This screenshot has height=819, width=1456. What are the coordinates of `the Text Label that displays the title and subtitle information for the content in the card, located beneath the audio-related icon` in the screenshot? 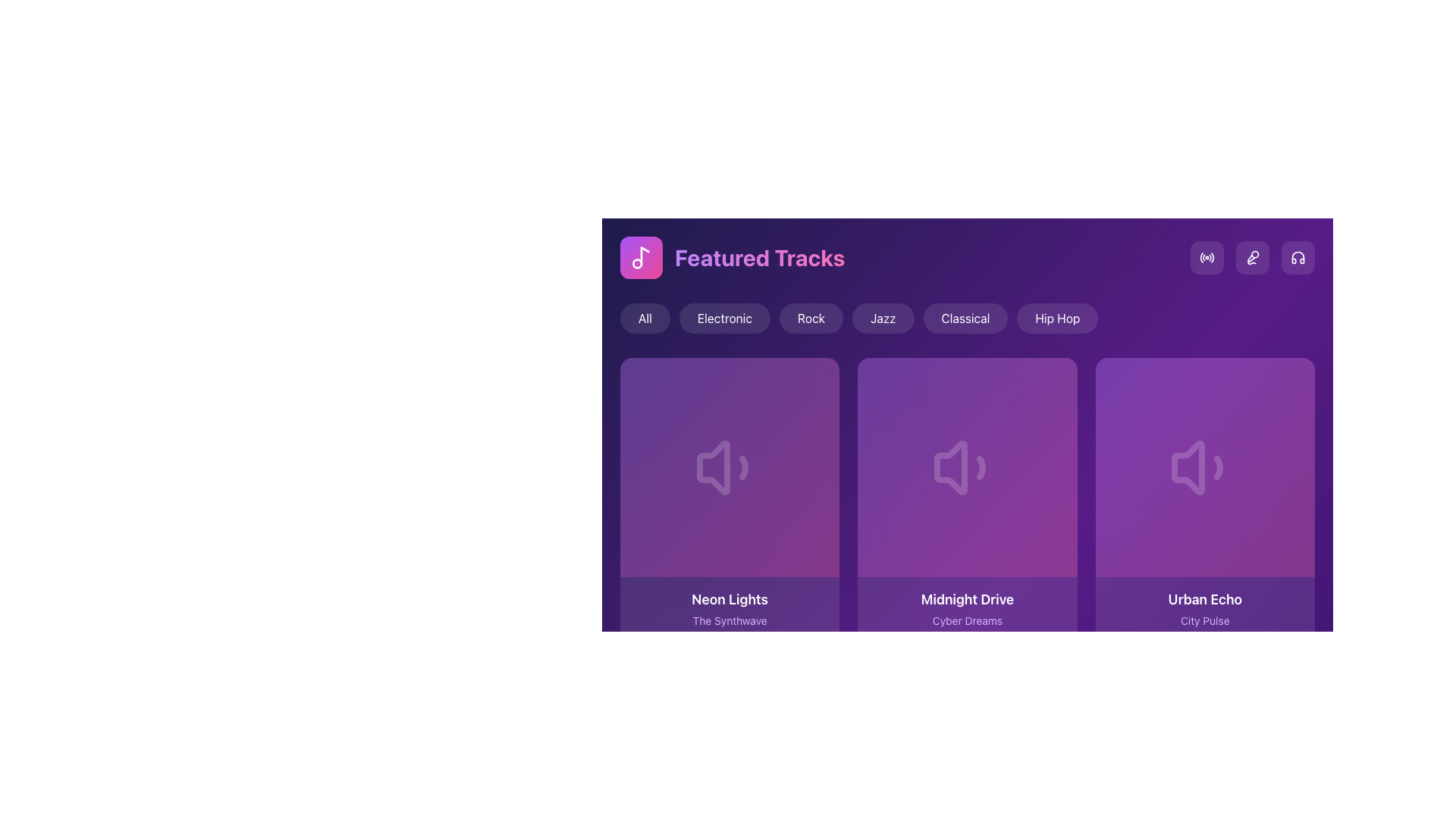 It's located at (1204, 623).